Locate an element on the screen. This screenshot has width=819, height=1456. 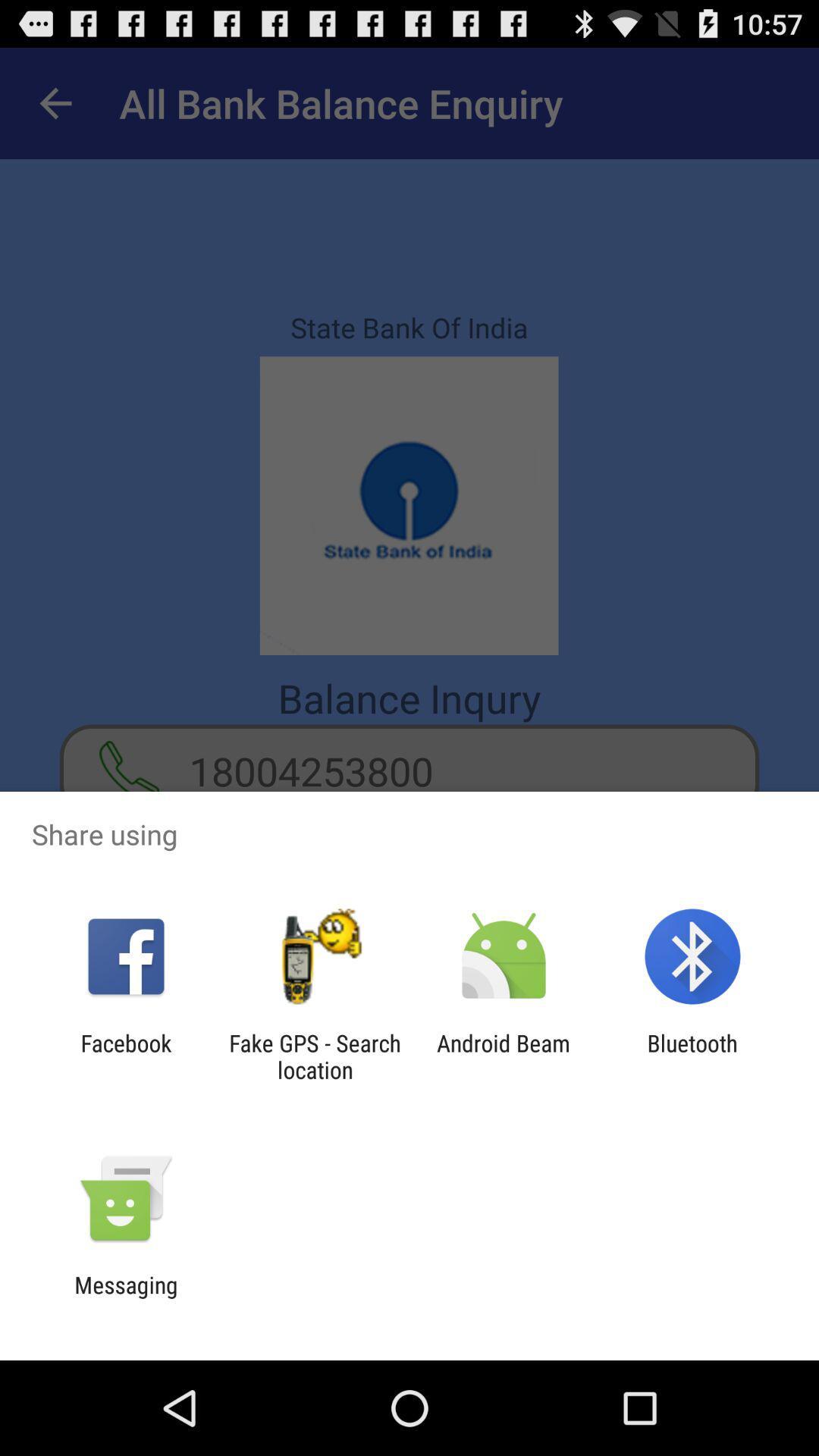
item next to the facebook app is located at coordinates (314, 1056).